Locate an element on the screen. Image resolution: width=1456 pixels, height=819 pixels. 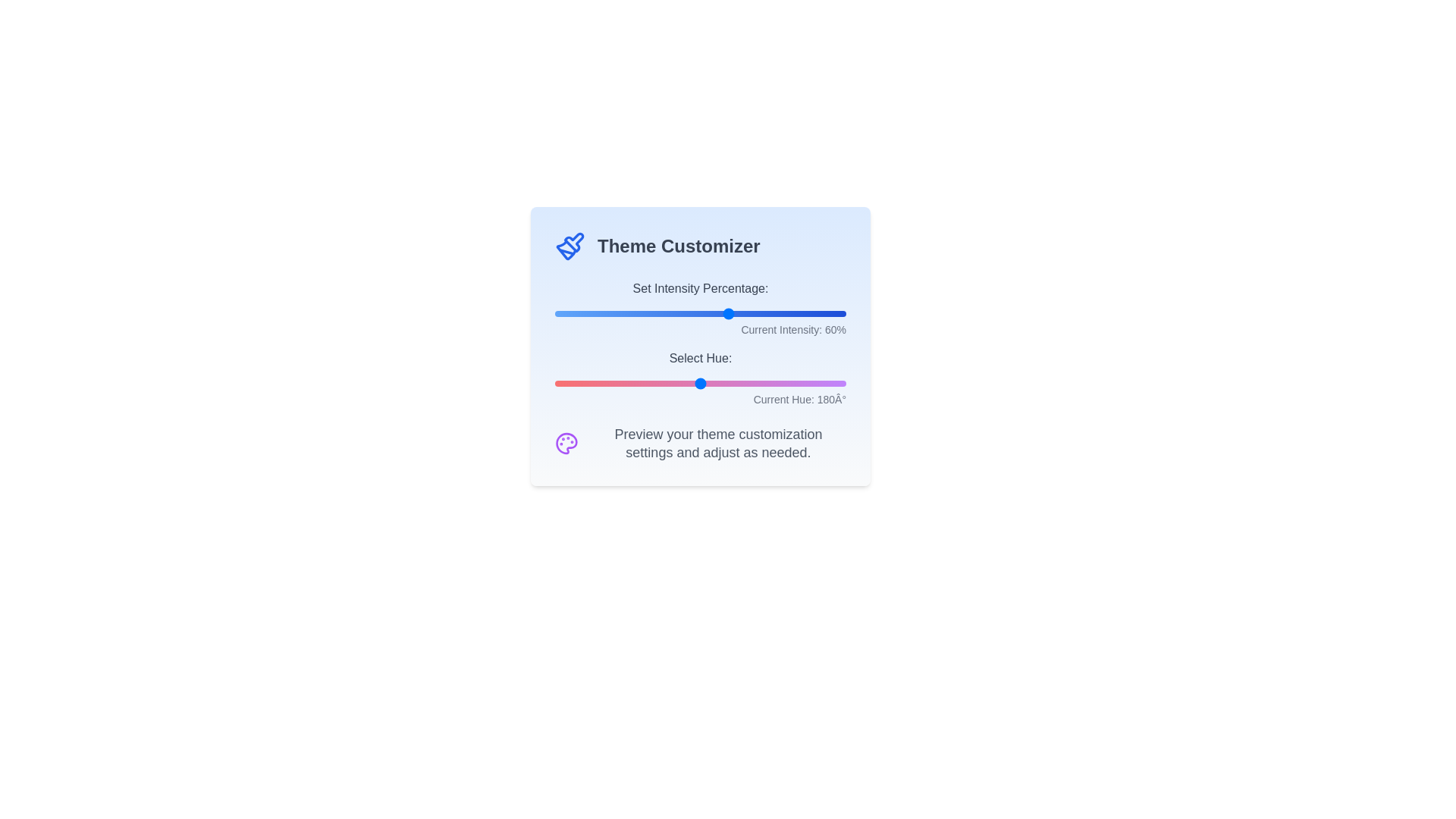
the 'Paintbrush' icon in the Theme Customizer is located at coordinates (570, 245).